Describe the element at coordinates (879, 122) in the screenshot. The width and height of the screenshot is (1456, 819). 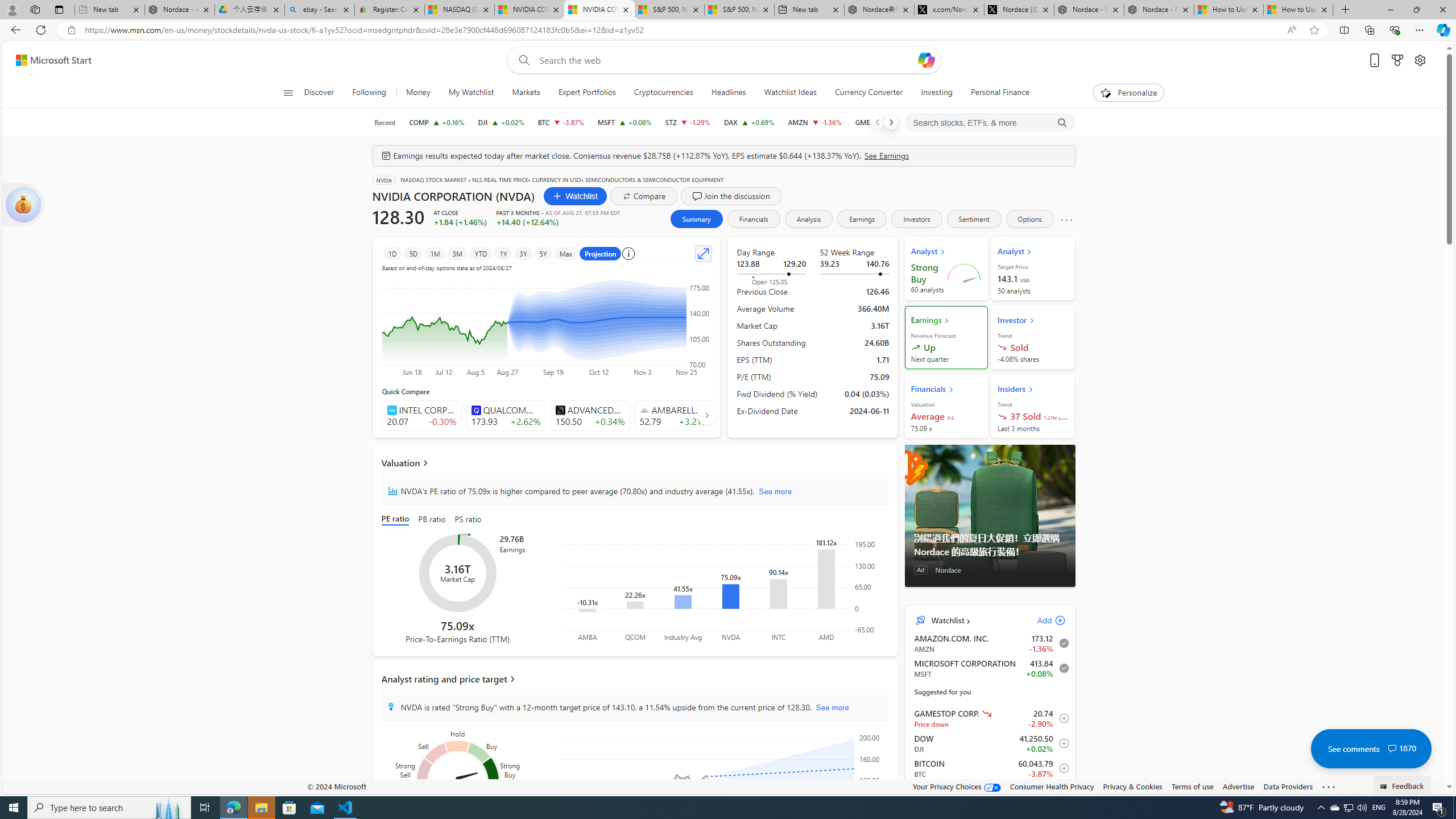
I see `'GME GAMESTOP CORP. decrease 20.74 -0.62 -2.90%'` at that location.